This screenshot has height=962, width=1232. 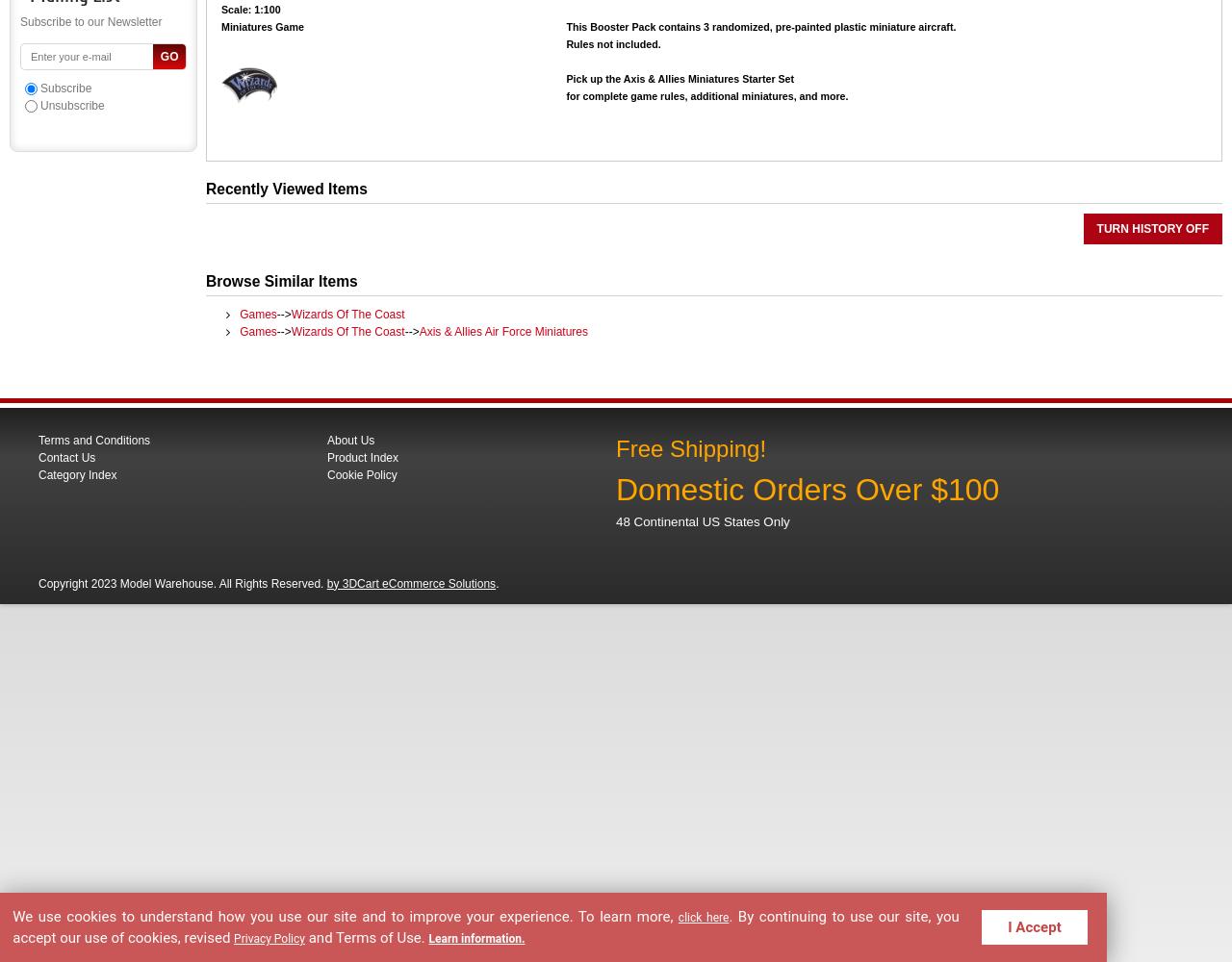 What do you see at coordinates (368, 935) in the screenshot?
I see `'and Terms of Use.'` at bounding box center [368, 935].